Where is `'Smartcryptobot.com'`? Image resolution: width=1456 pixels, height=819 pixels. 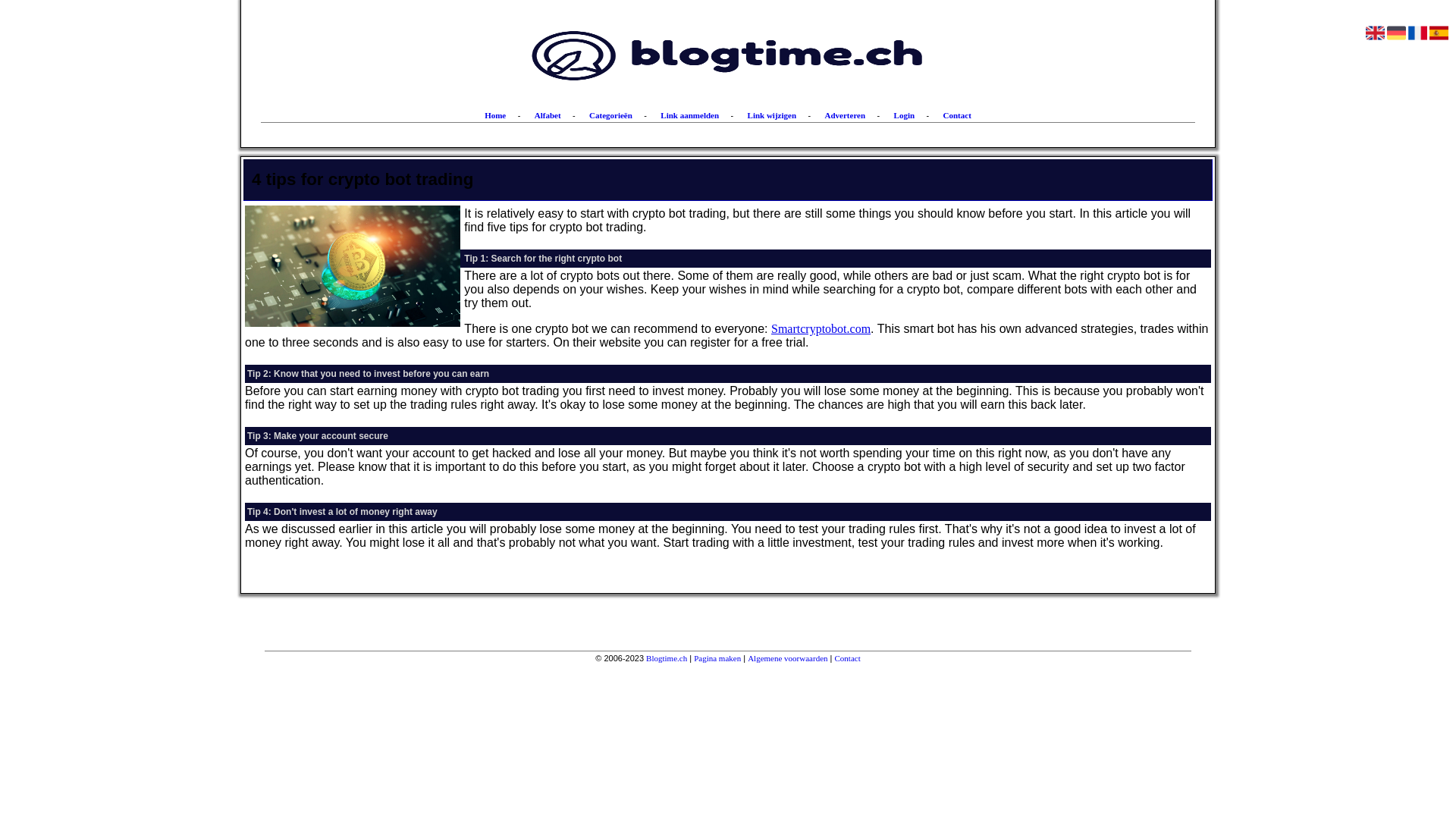 'Smartcryptobot.com' is located at coordinates (820, 328).